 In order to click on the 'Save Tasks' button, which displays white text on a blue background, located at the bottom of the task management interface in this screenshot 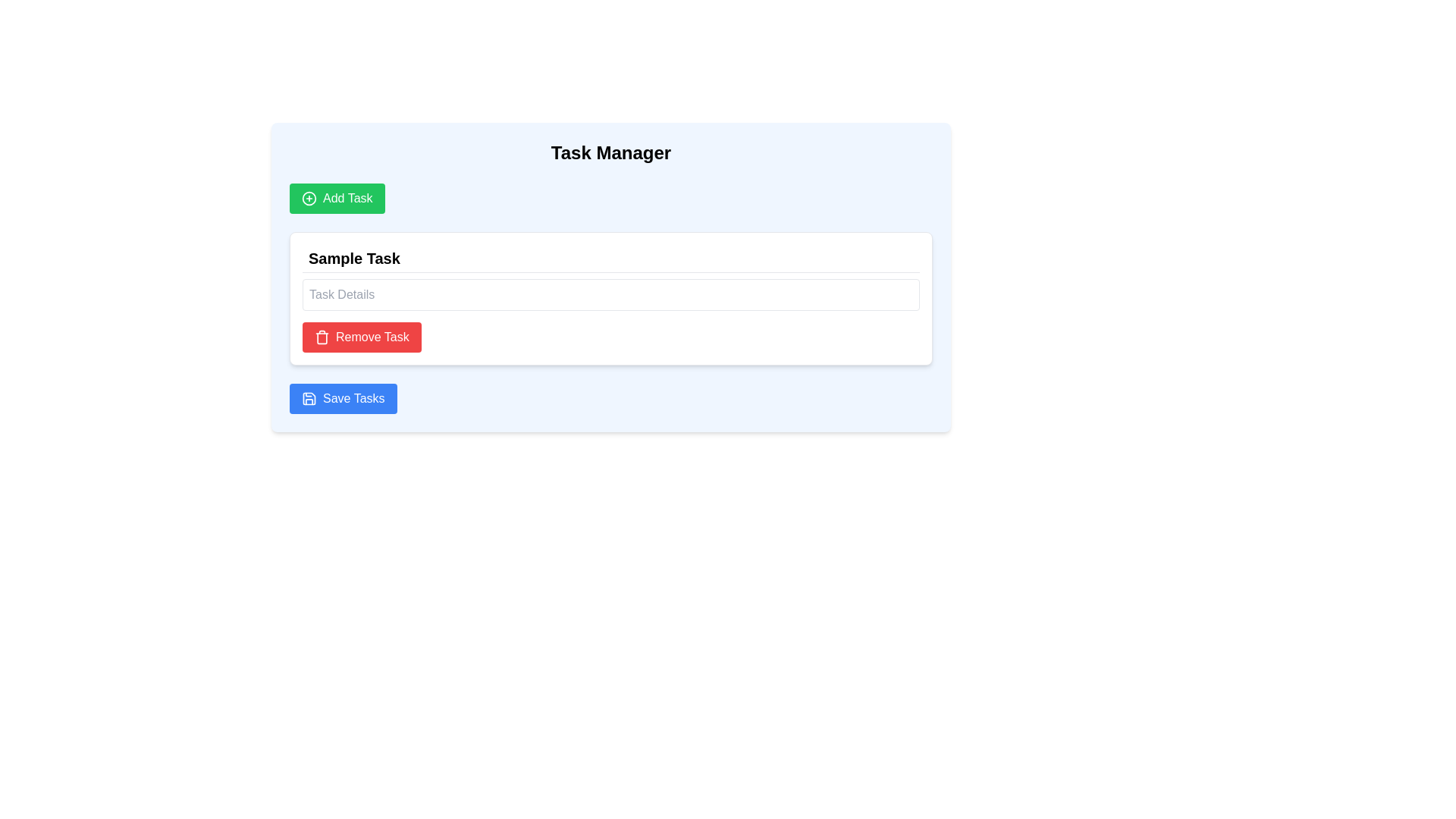, I will do `click(353, 397)`.